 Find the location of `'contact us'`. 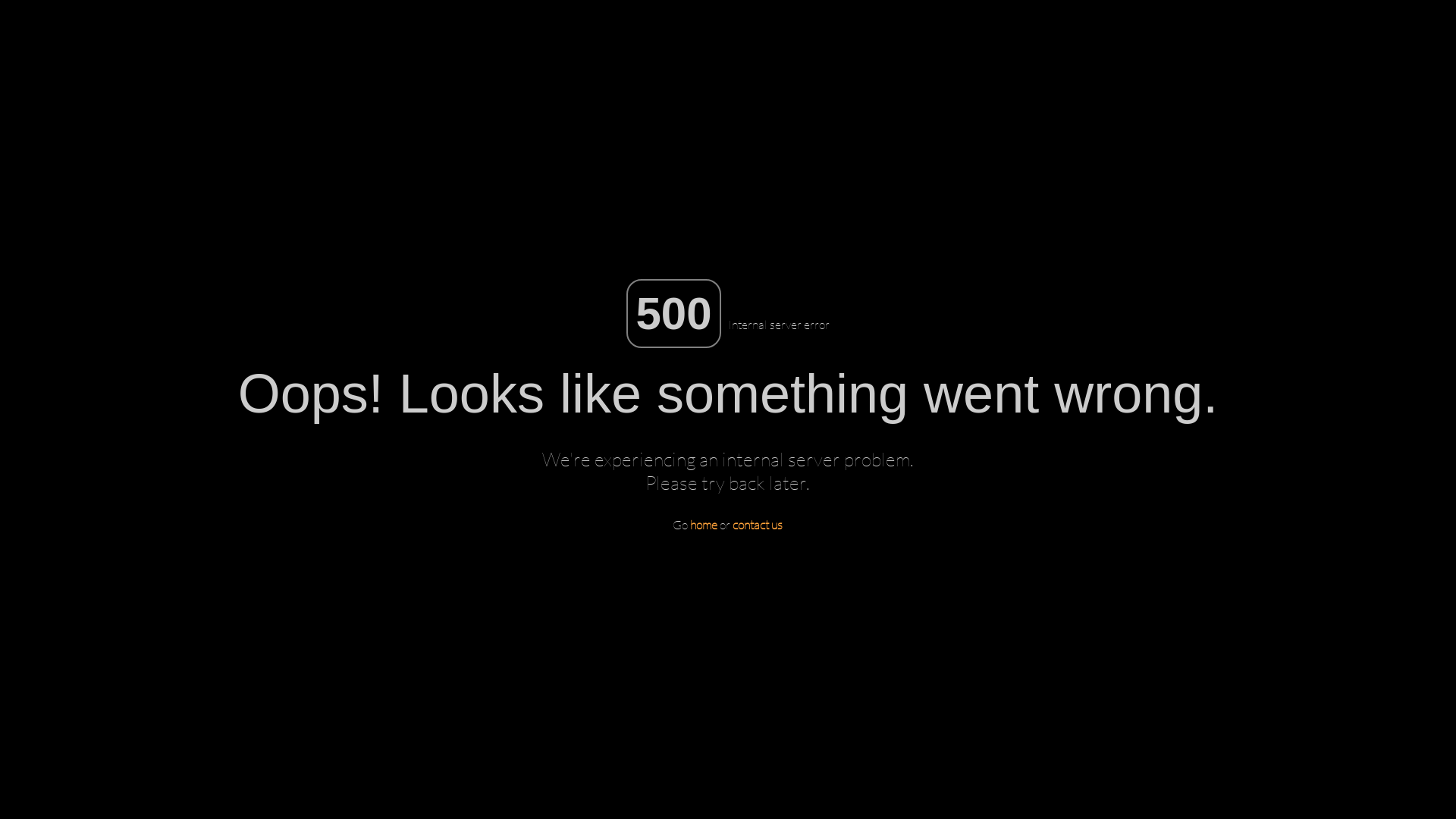

'contact us' is located at coordinates (757, 523).